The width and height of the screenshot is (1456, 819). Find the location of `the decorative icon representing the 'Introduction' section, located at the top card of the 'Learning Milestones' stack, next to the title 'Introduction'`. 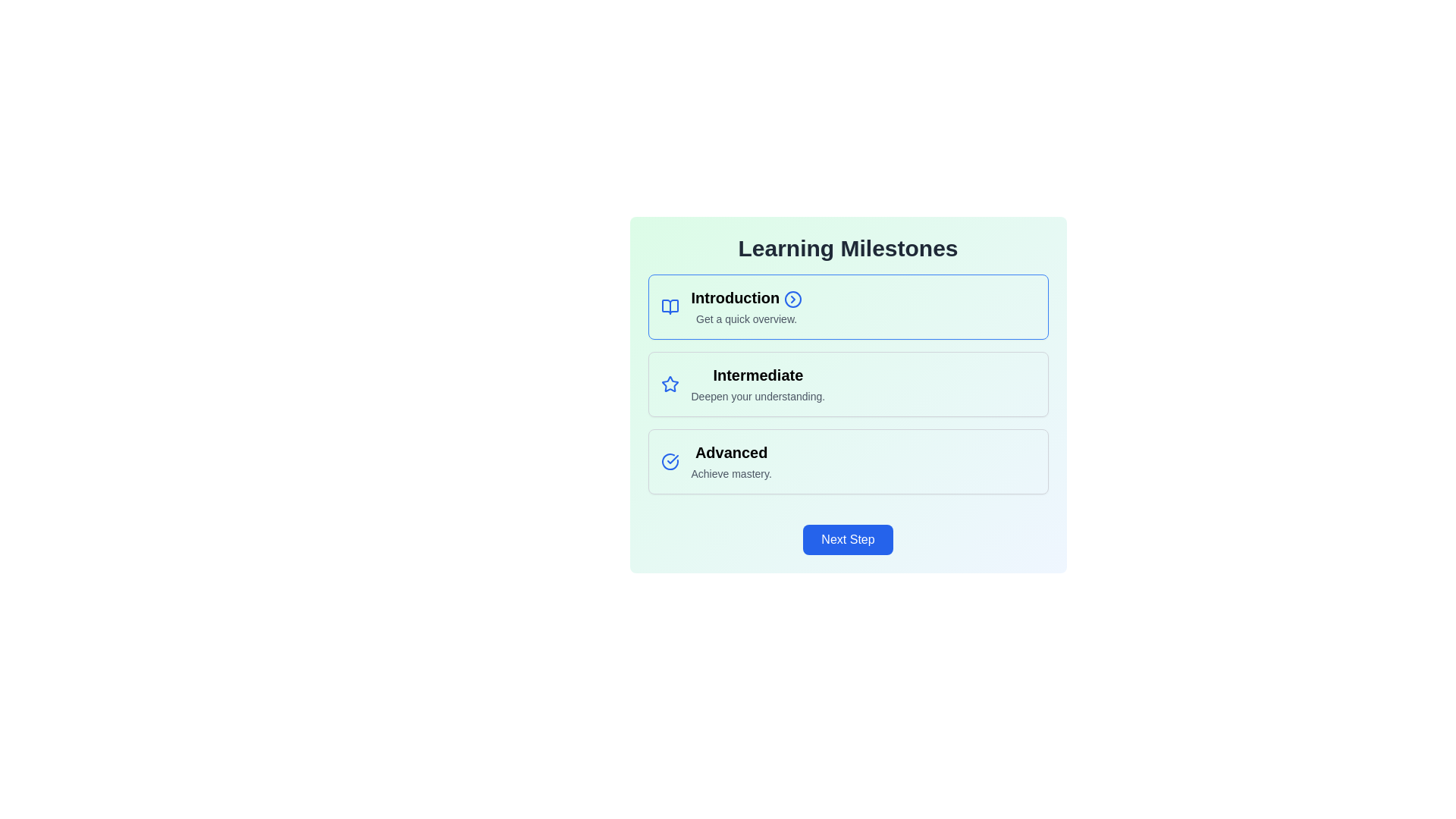

the decorative icon representing the 'Introduction' section, located at the top card of the 'Learning Milestones' stack, next to the title 'Introduction' is located at coordinates (669, 307).